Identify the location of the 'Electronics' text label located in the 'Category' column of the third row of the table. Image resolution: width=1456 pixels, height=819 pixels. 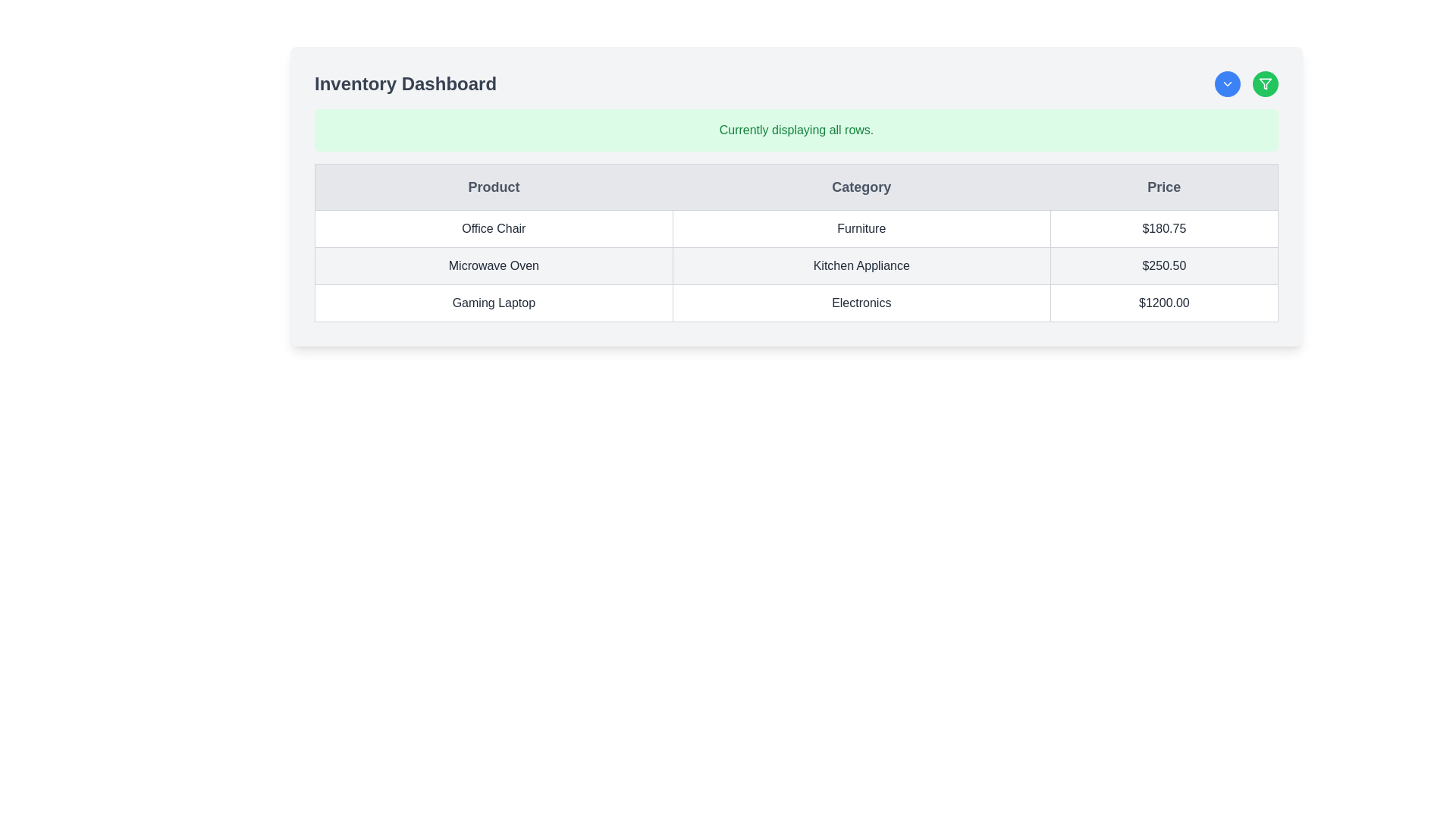
(861, 303).